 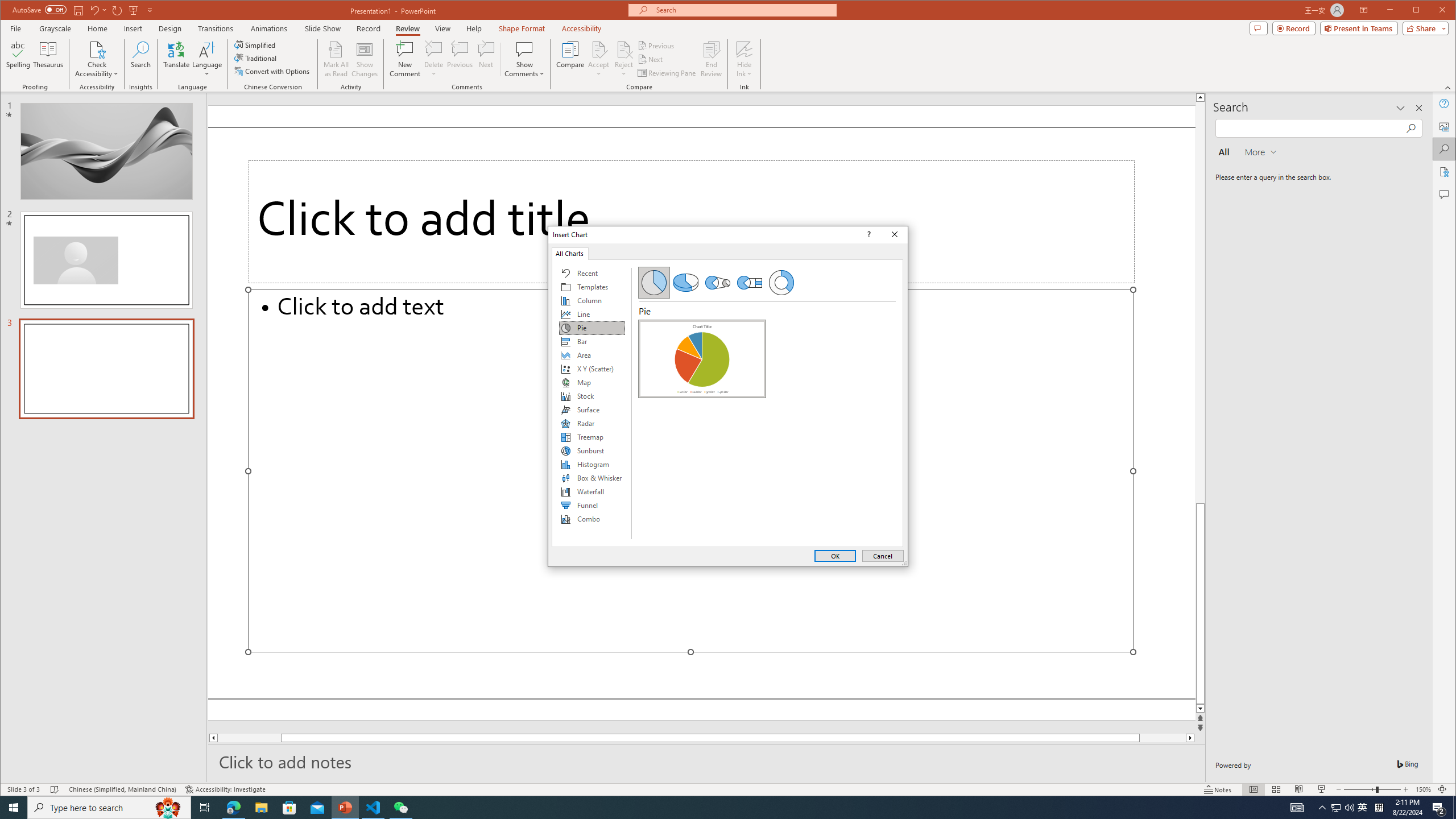 What do you see at coordinates (591, 450) in the screenshot?
I see `'Sunburst'` at bounding box center [591, 450].